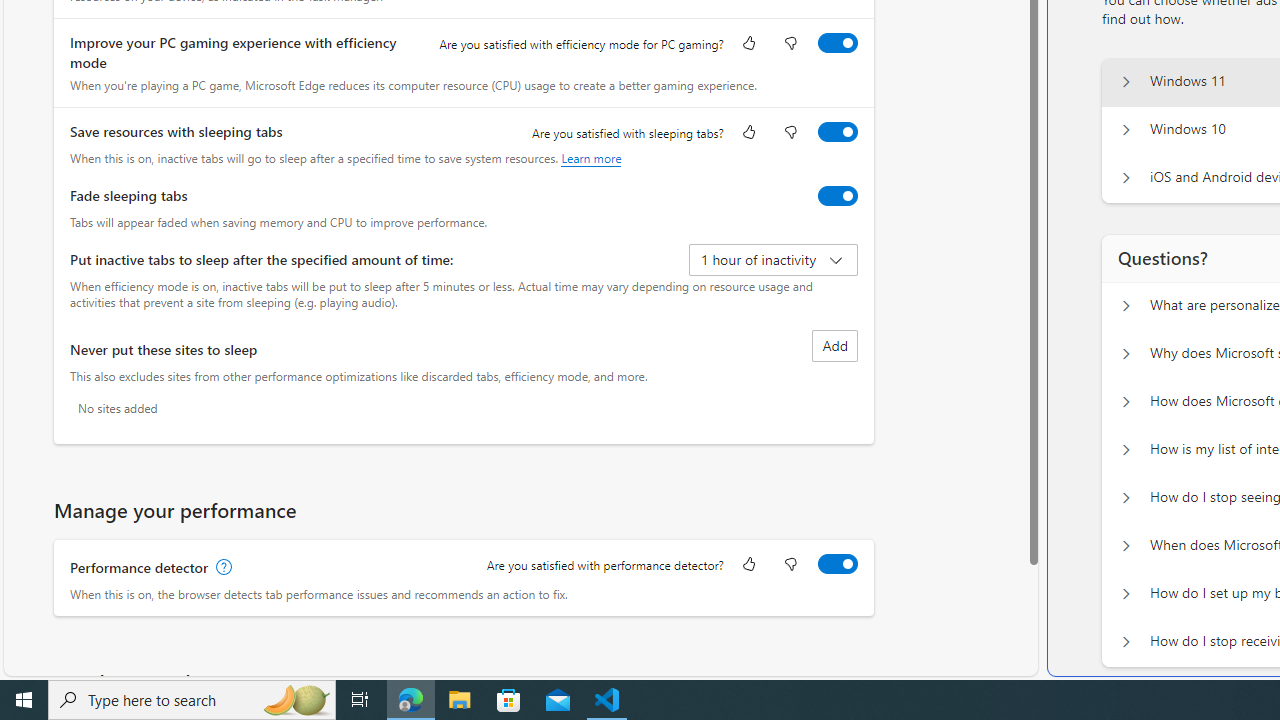 The image size is (1280, 720). What do you see at coordinates (222, 567) in the screenshot?
I see `'Performance detector, learn more'` at bounding box center [222, 567].